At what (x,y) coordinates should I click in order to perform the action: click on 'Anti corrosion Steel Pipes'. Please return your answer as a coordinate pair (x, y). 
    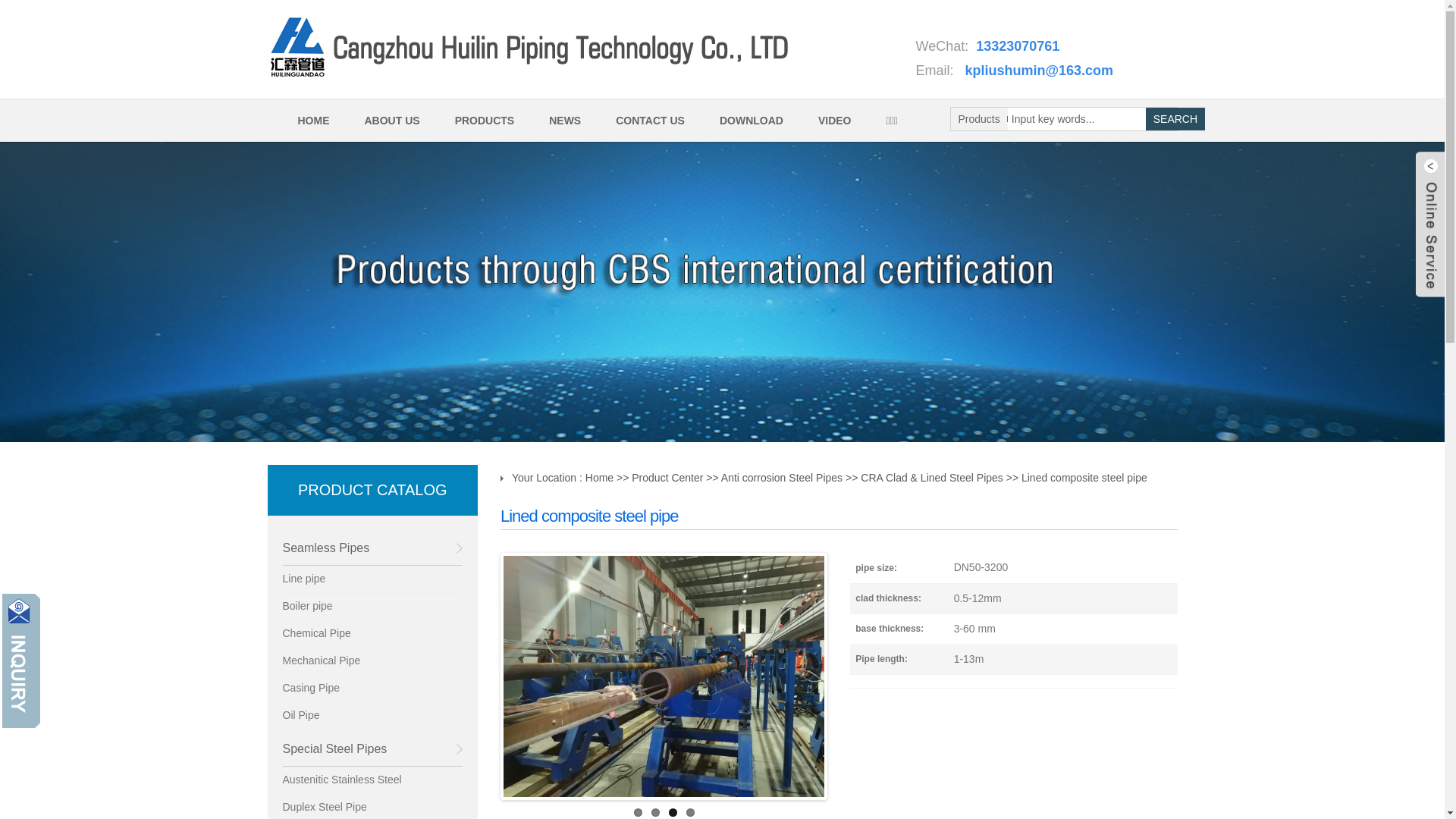
    Looking at the image, I should click on (782, 476).